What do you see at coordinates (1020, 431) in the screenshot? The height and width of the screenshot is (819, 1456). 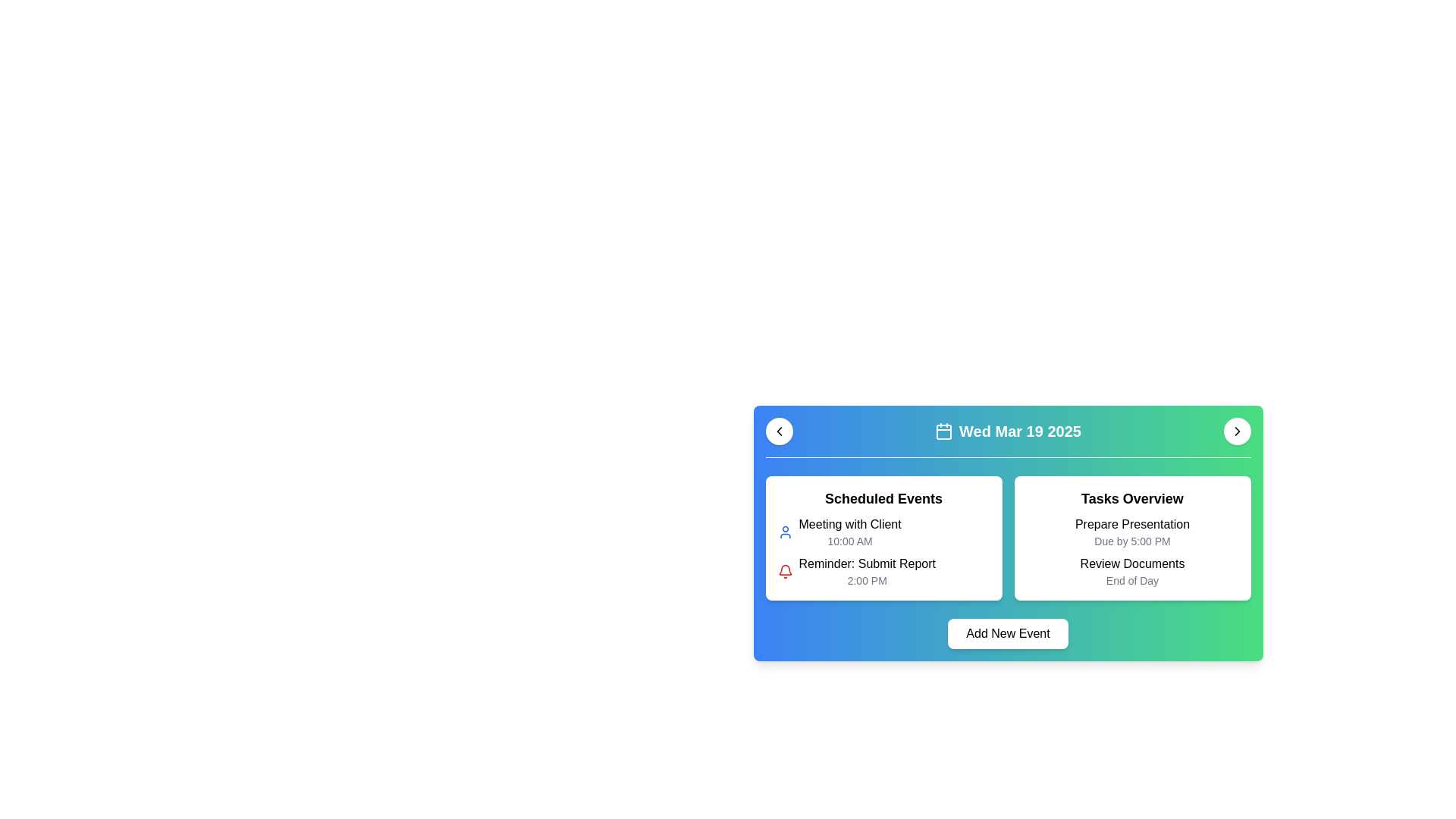 I see `the static text label displaying the date 'Wed Mar 19 2025', which is styled with a large font size and bold weight, located at the top-center of the panel with a blue-green gradient background` at bounding box center [1020, 431].